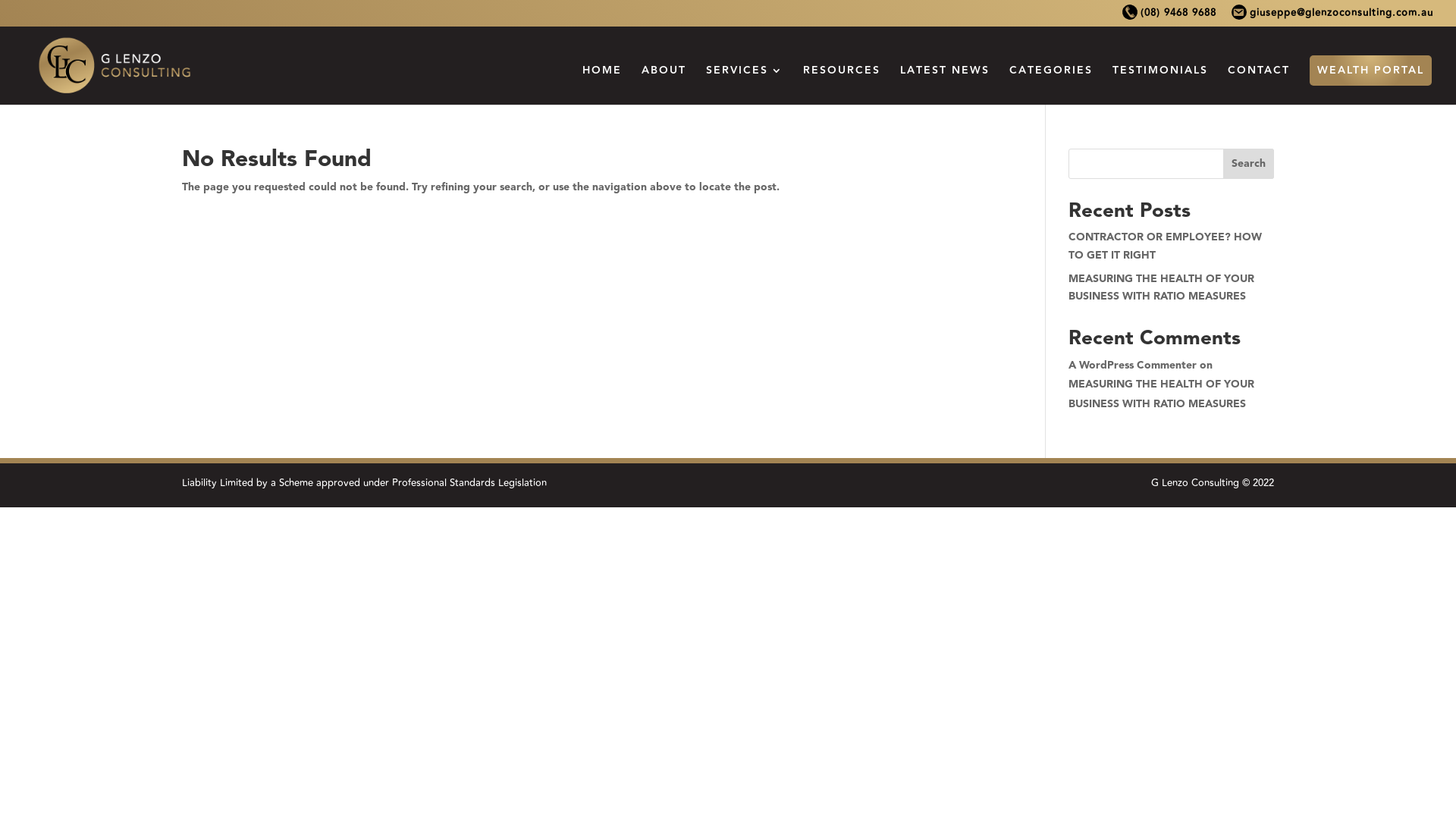 The width and height of the screenshot is (1456, 819). Describe the element at coordinates (664, 84) in the screenshot. I see `'ABOUT'` at that location.